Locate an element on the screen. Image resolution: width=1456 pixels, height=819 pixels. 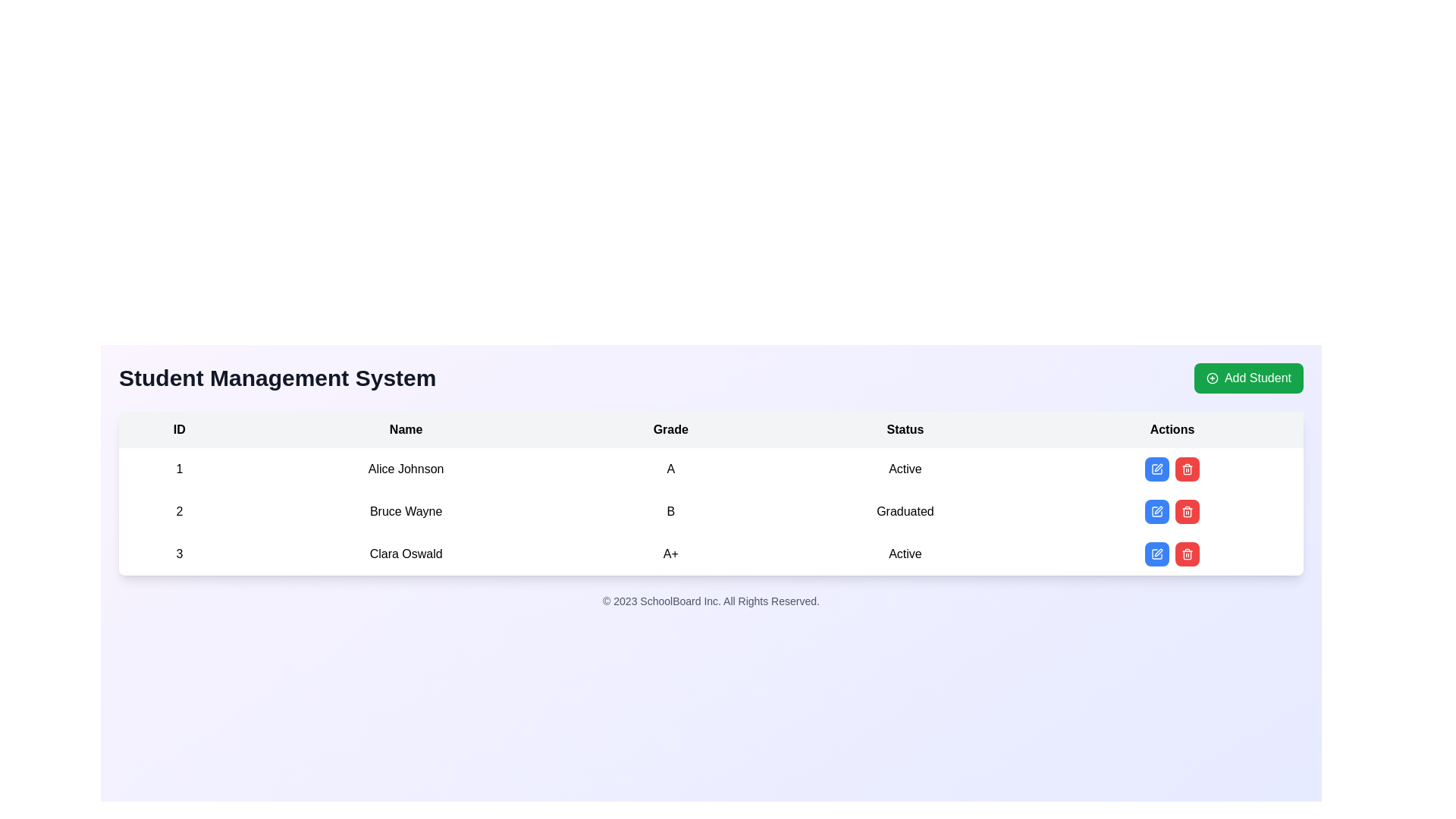
the static text label that identifies an individual, located under the 'Name' column in the first row of the table is located at coordinates (406, 468).